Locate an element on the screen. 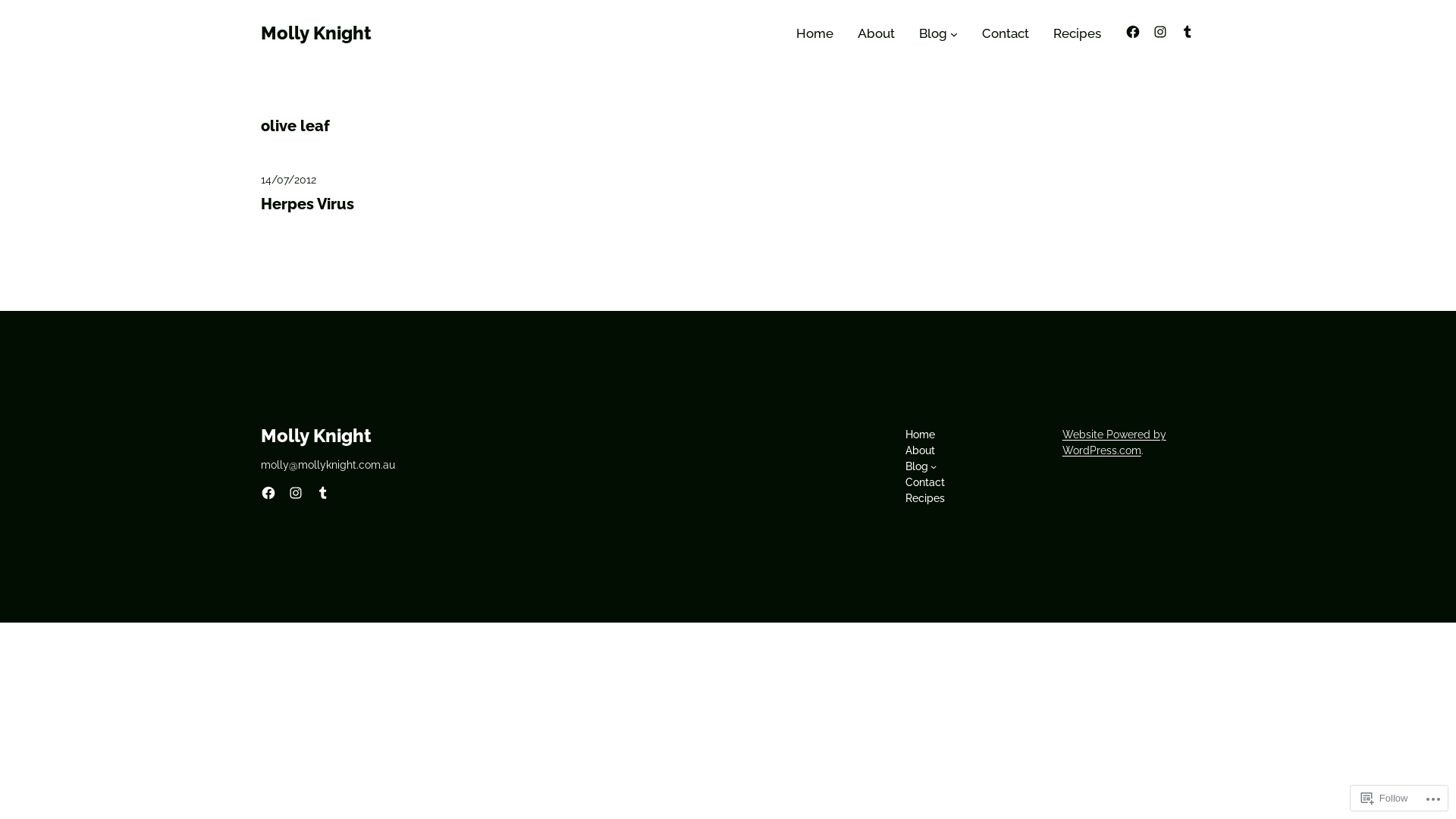 This screenshot has width=1456, height=819. 'Recipes' is located at coordinates (905, 498).